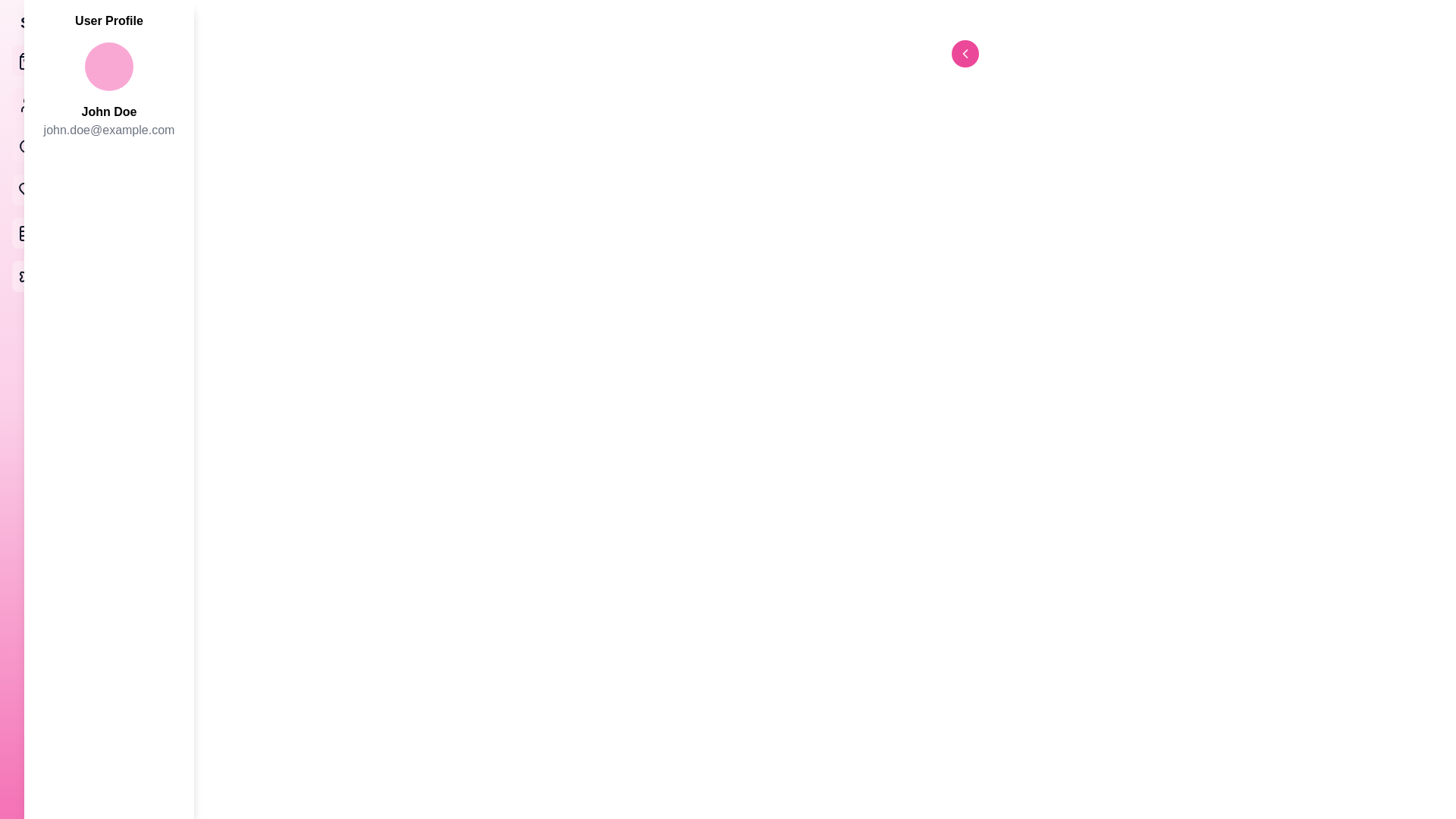  Describe the element at coordinates (27, 189) in the screenshot. I see `the heart icon located in the left sidebar, positioned below the user profile section and above a list of options` at that location.